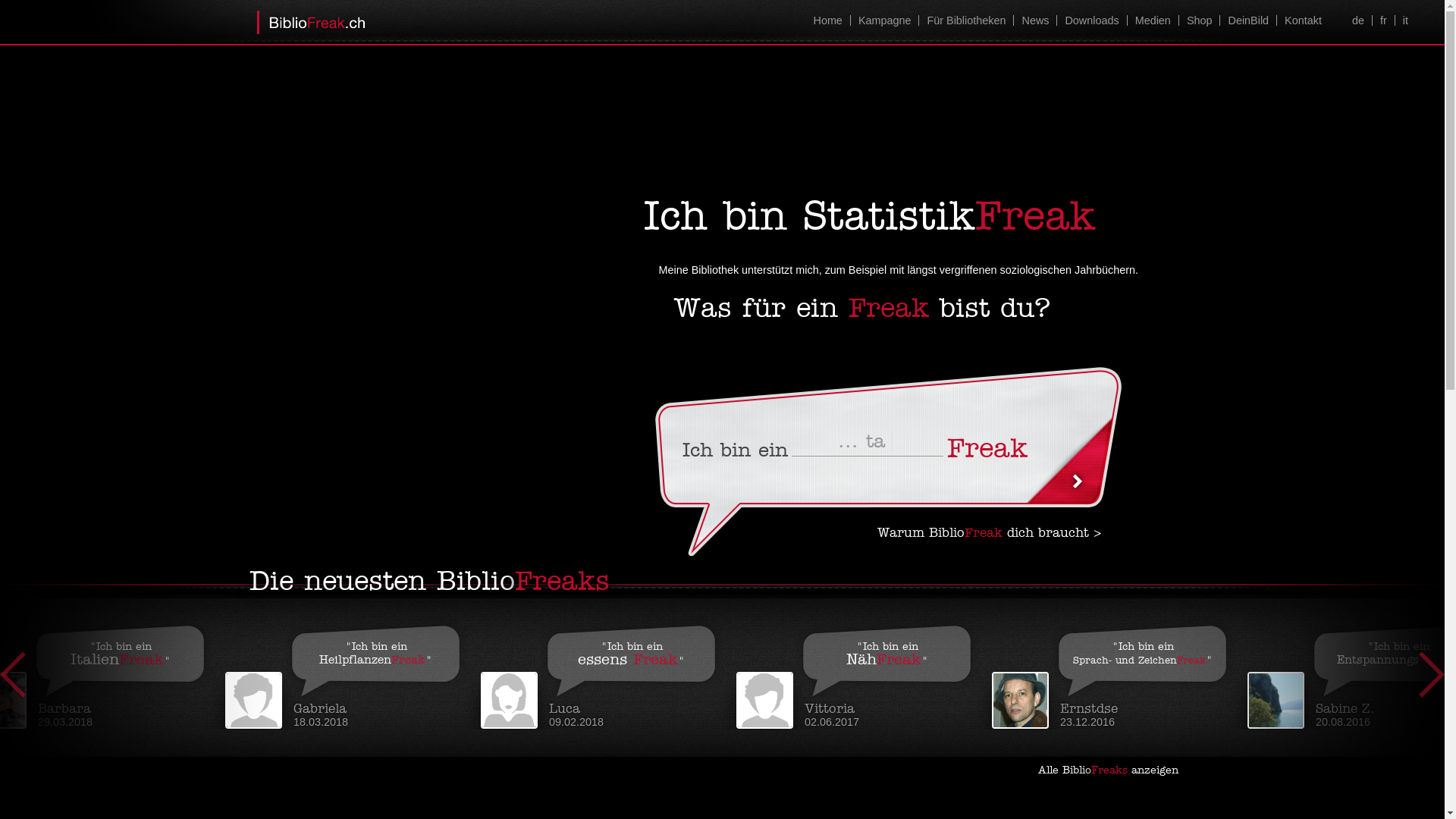  Describe the element at coordinates (352, 672) in the screenshot. I see `'"Ich bin ein` at that location.